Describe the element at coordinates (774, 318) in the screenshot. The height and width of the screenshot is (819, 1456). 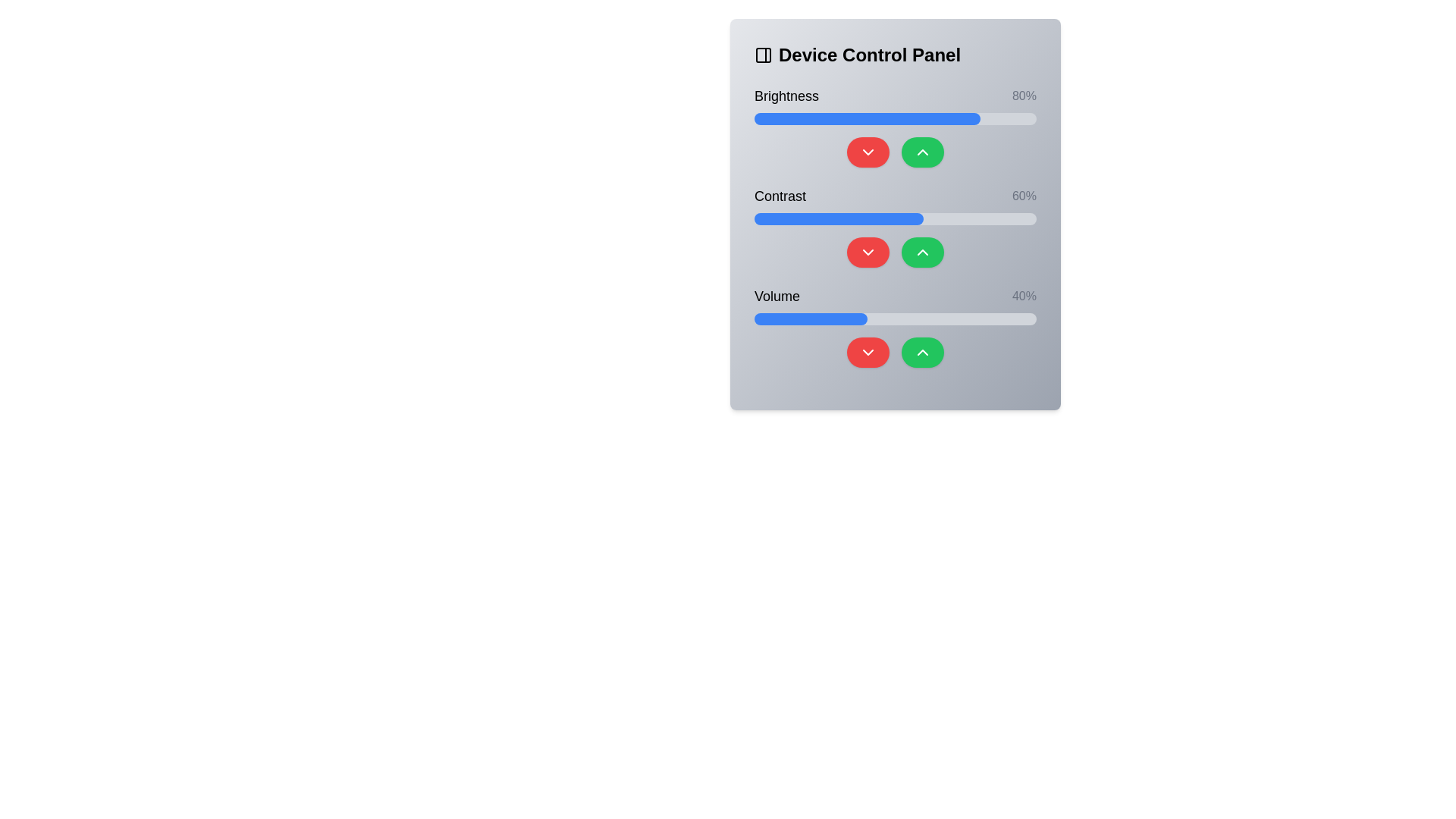
I see `the volume` at that location.